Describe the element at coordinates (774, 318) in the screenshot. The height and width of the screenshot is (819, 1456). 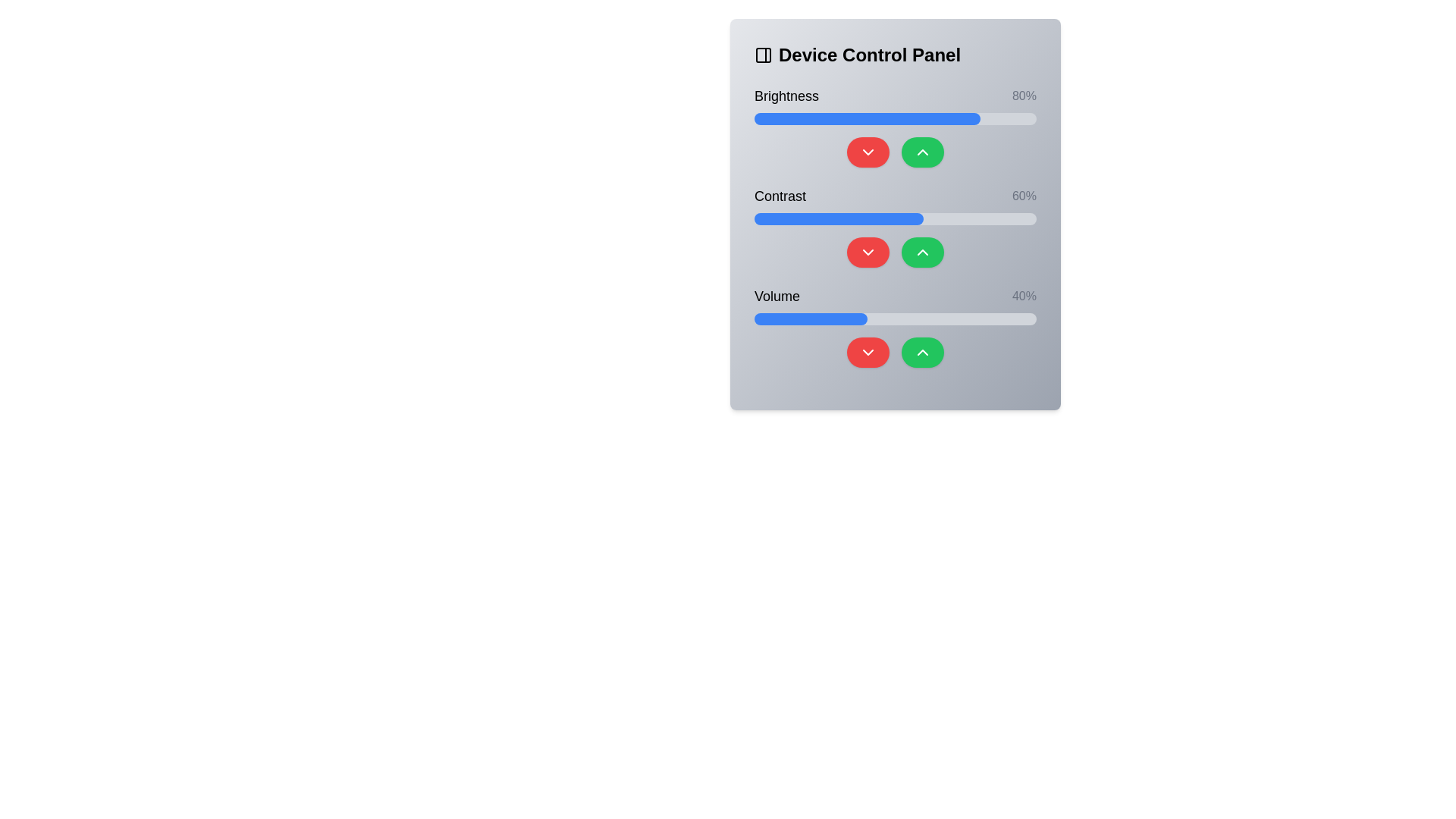
I see `the volume` at that location.